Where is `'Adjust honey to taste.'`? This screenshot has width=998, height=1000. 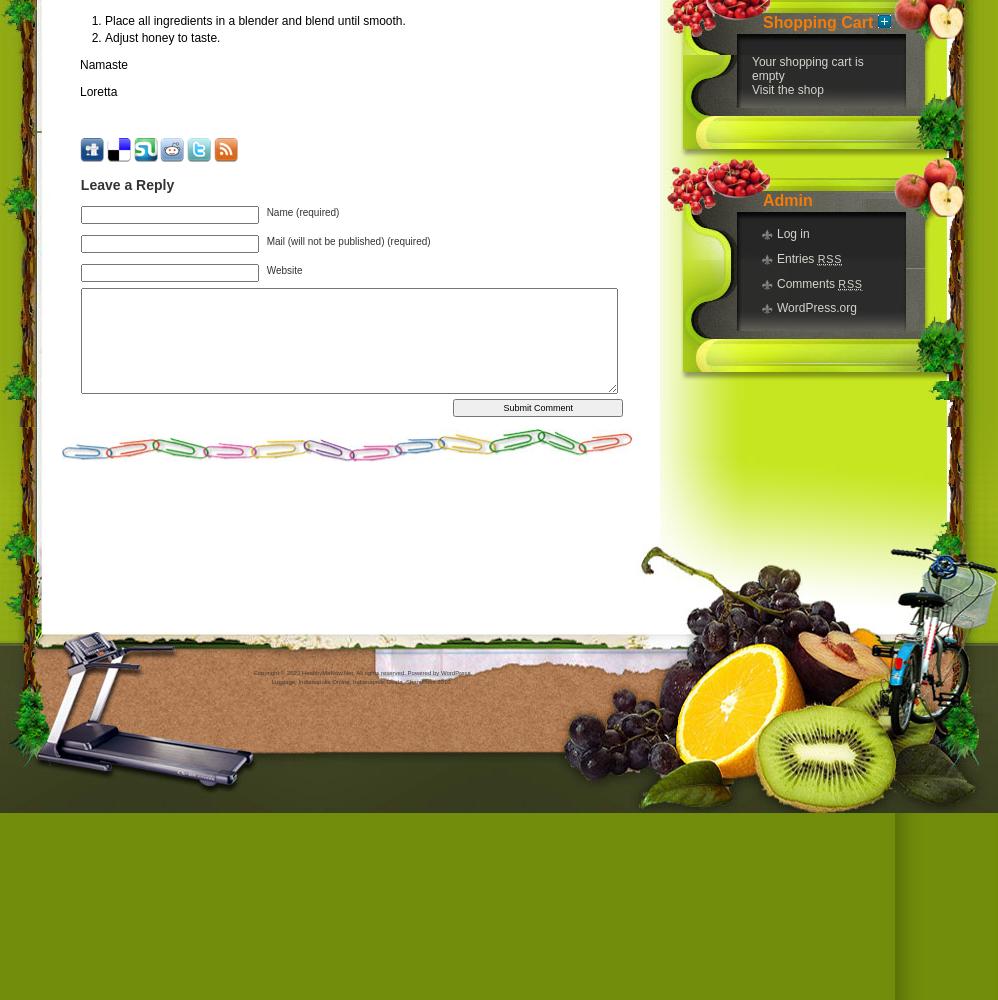 'Adjust honey to taste.' is located at coordinates (161, 38).